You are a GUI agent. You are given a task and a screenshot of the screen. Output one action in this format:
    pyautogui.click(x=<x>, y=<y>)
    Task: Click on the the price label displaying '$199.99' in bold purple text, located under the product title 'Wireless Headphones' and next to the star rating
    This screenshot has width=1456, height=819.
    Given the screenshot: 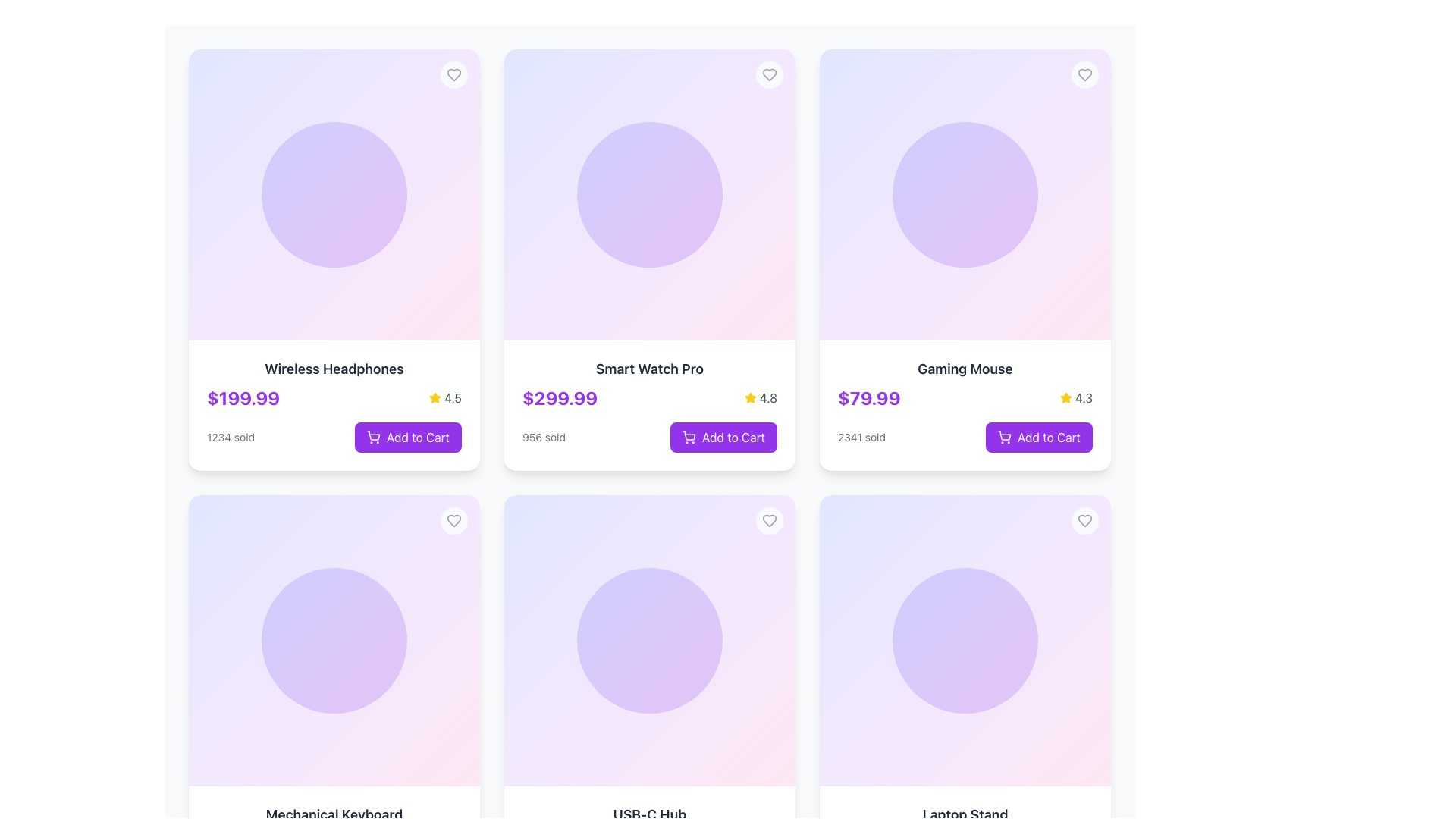 What is the action you would take?
    pyautogui.click(x=243, y=397)
    